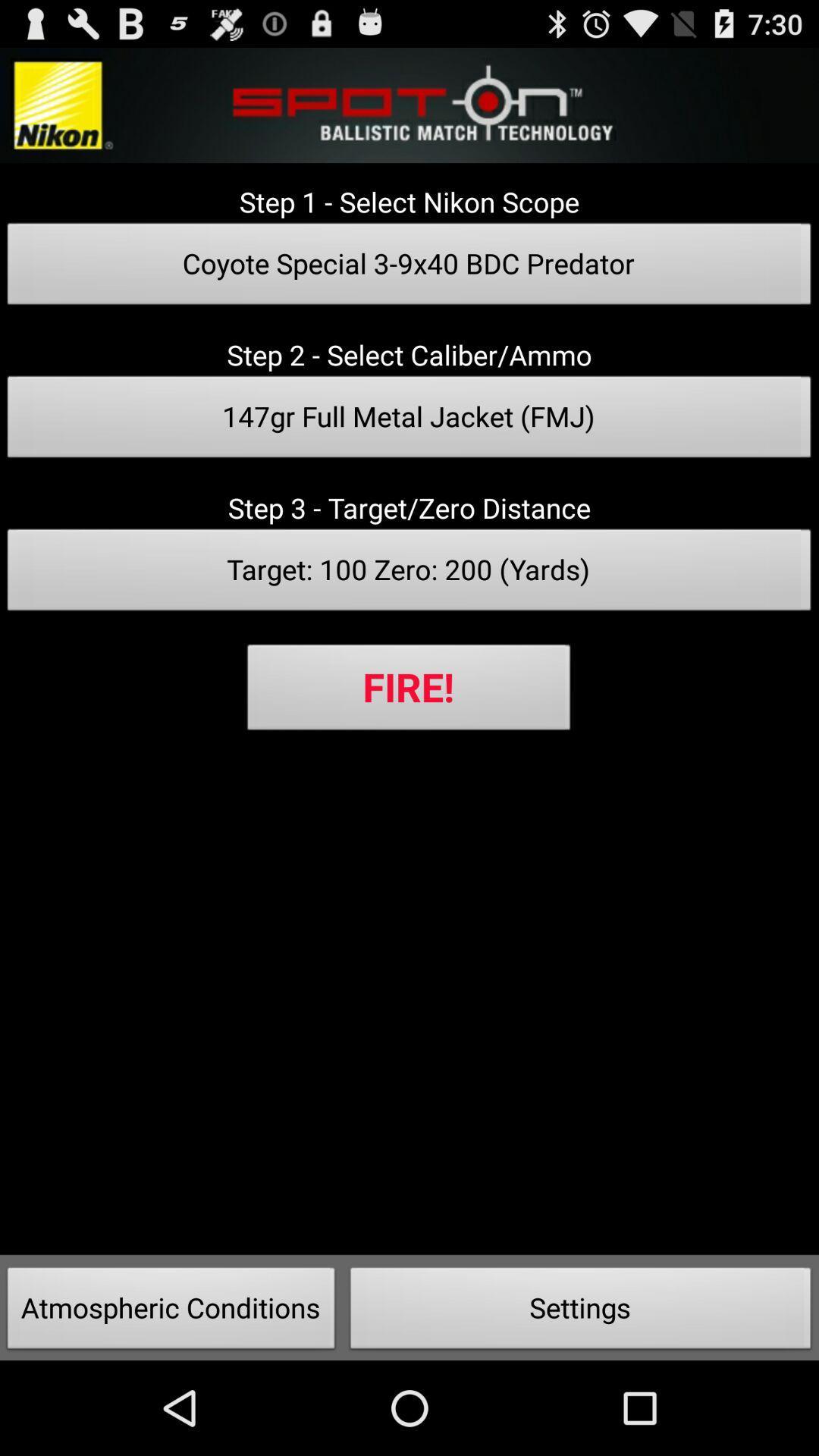 This screenshot has height=1456, width=819. I want to click on target 100 zero, so click(409, 573).